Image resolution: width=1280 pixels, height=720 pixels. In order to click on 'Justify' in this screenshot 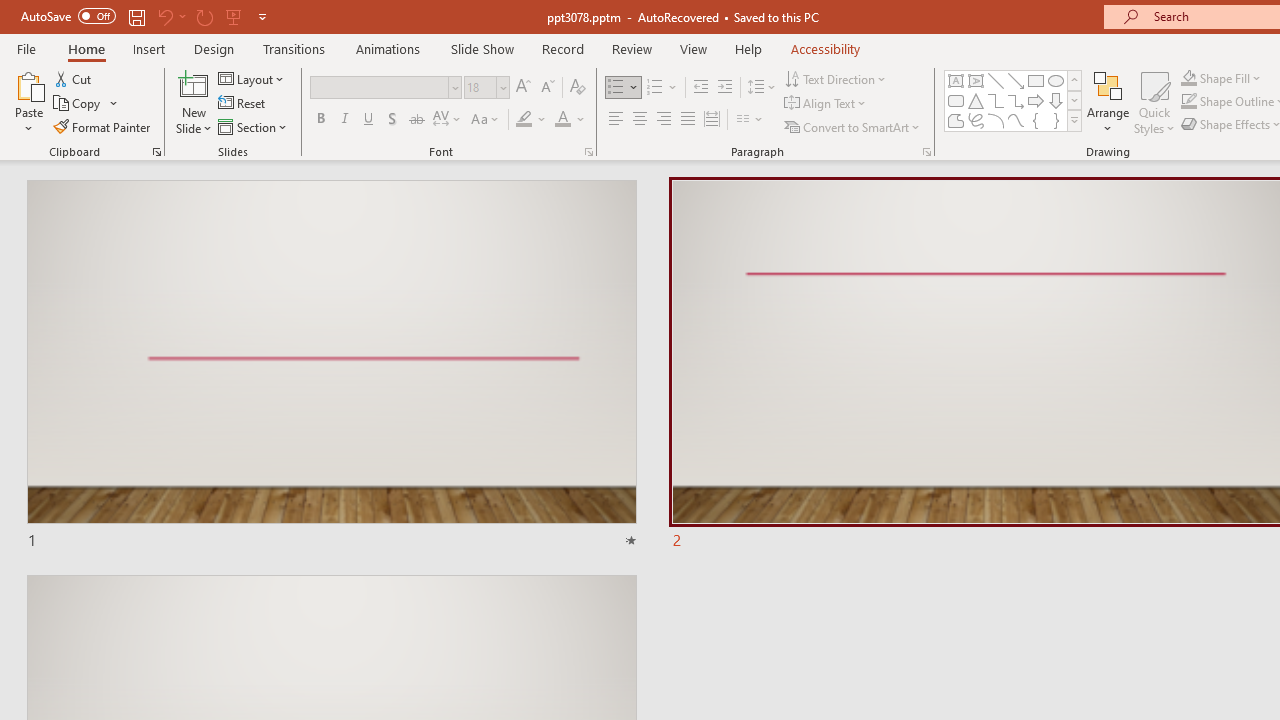, I will do `click(688, 119)`.